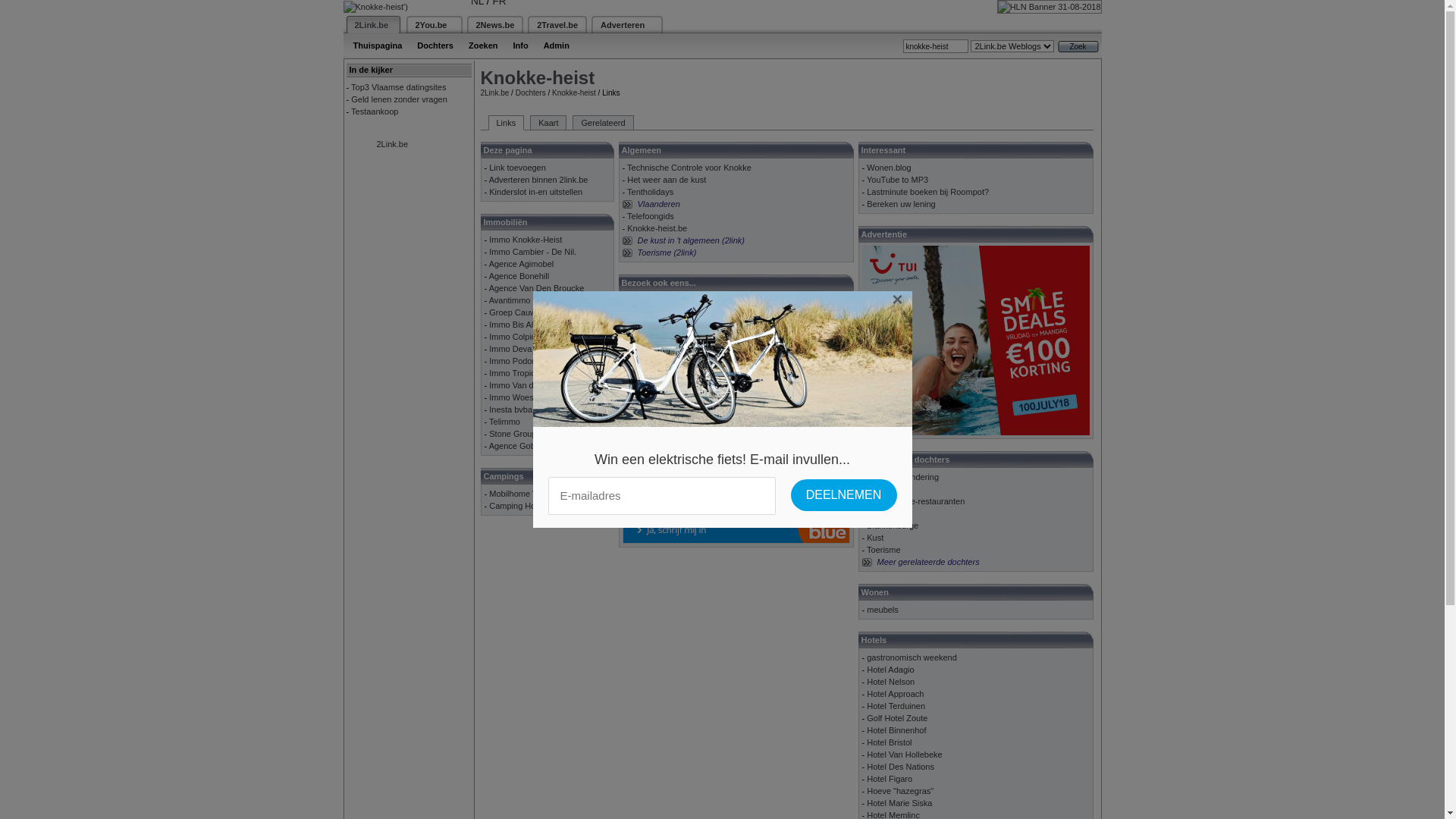 The image size is (1456, 819). What do you see at coordinates (866, 778) in the screenshot?
I see `'Hotel Figaro'` at bounding box center [866, 778].